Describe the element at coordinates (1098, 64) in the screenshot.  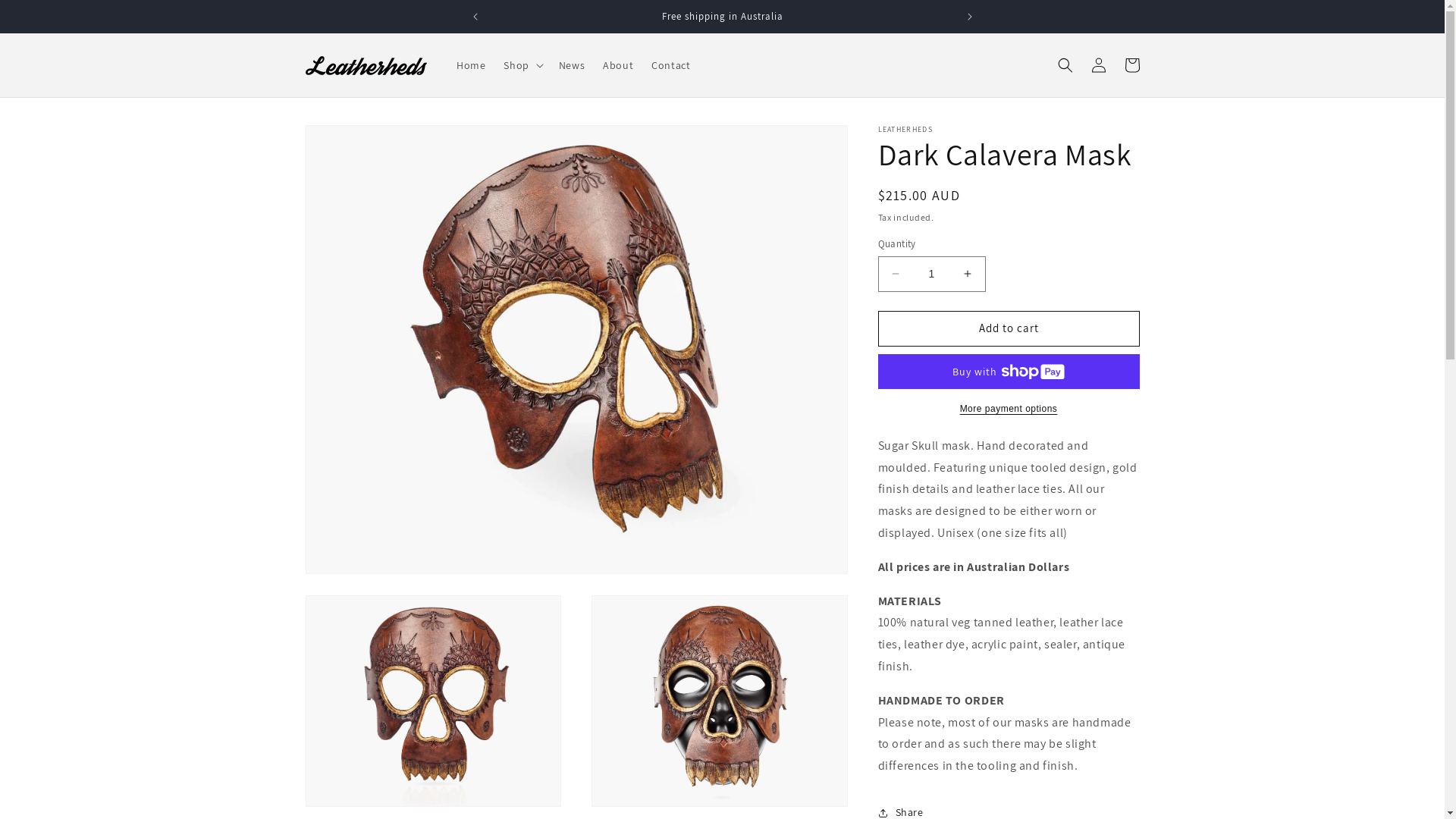
I see `'Log in'` at that location.